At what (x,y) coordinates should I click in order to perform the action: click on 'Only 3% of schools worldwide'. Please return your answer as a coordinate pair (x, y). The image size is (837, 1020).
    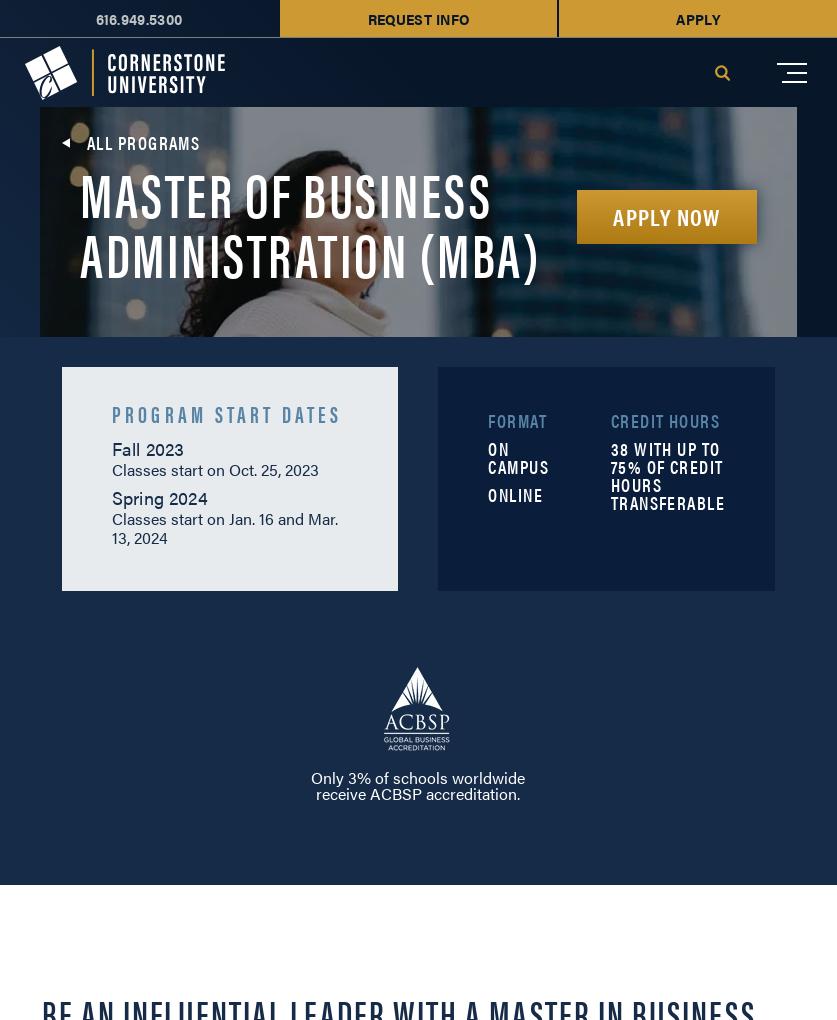
    Looking at the image, I should click on (417, 776).